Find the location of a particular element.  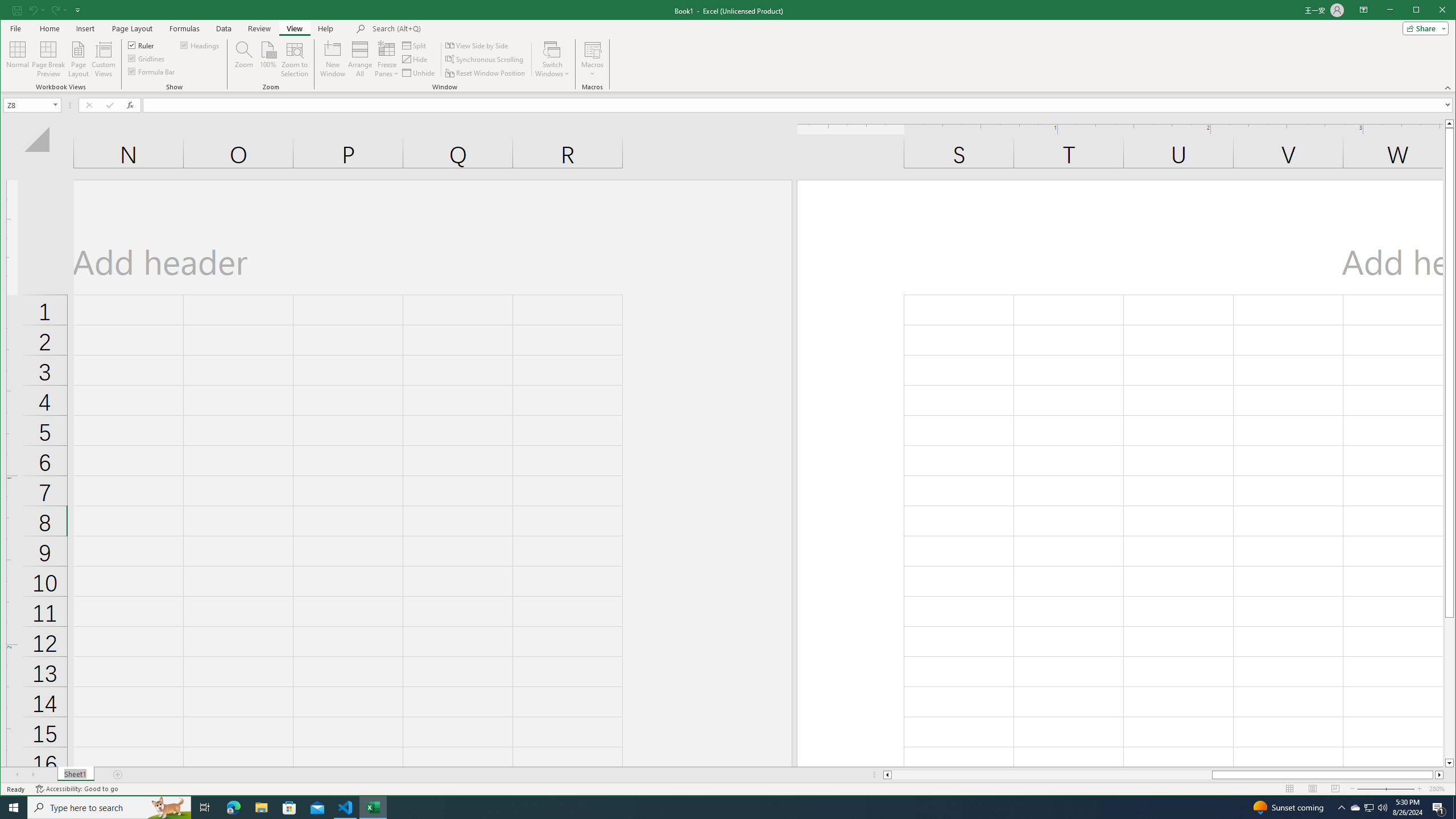

'Sunset coming' is located at coordinates (1288, 806).